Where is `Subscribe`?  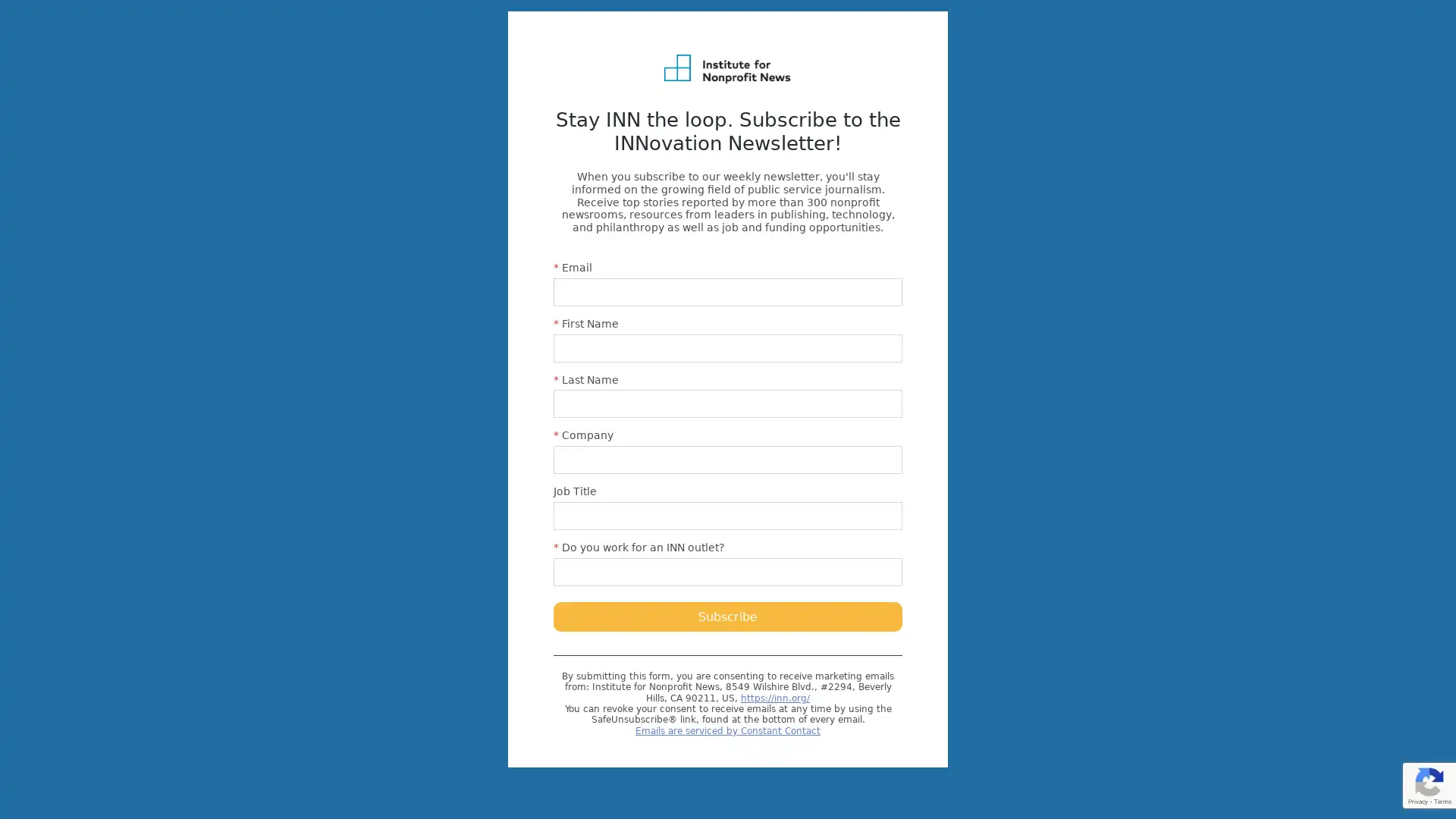 Subscribe is located at coordinates (728, 616).